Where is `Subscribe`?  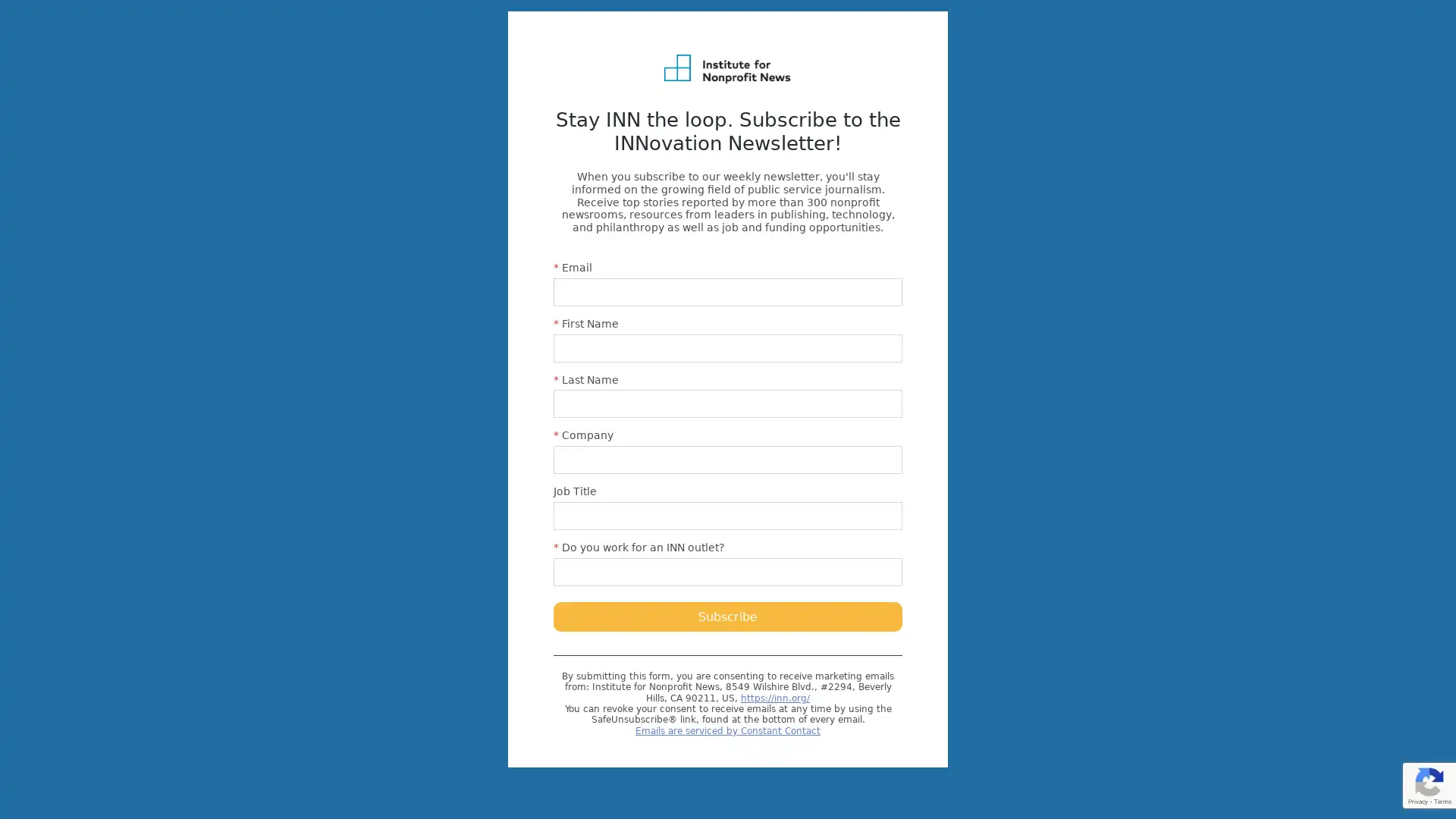 Subscribe is located at coordinates (728, 616).